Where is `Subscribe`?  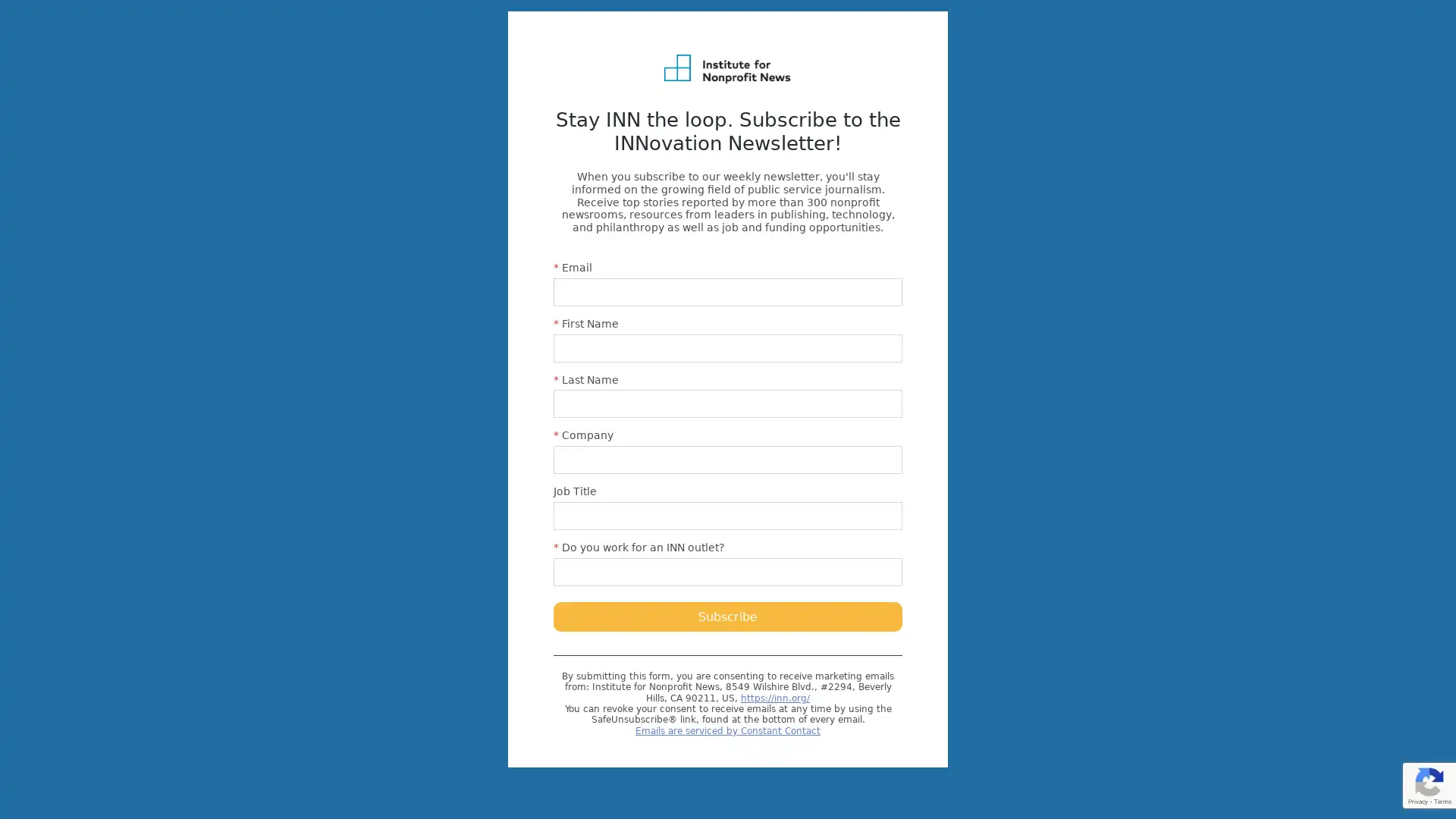 Subscribe is located at coordinates (728, 616).